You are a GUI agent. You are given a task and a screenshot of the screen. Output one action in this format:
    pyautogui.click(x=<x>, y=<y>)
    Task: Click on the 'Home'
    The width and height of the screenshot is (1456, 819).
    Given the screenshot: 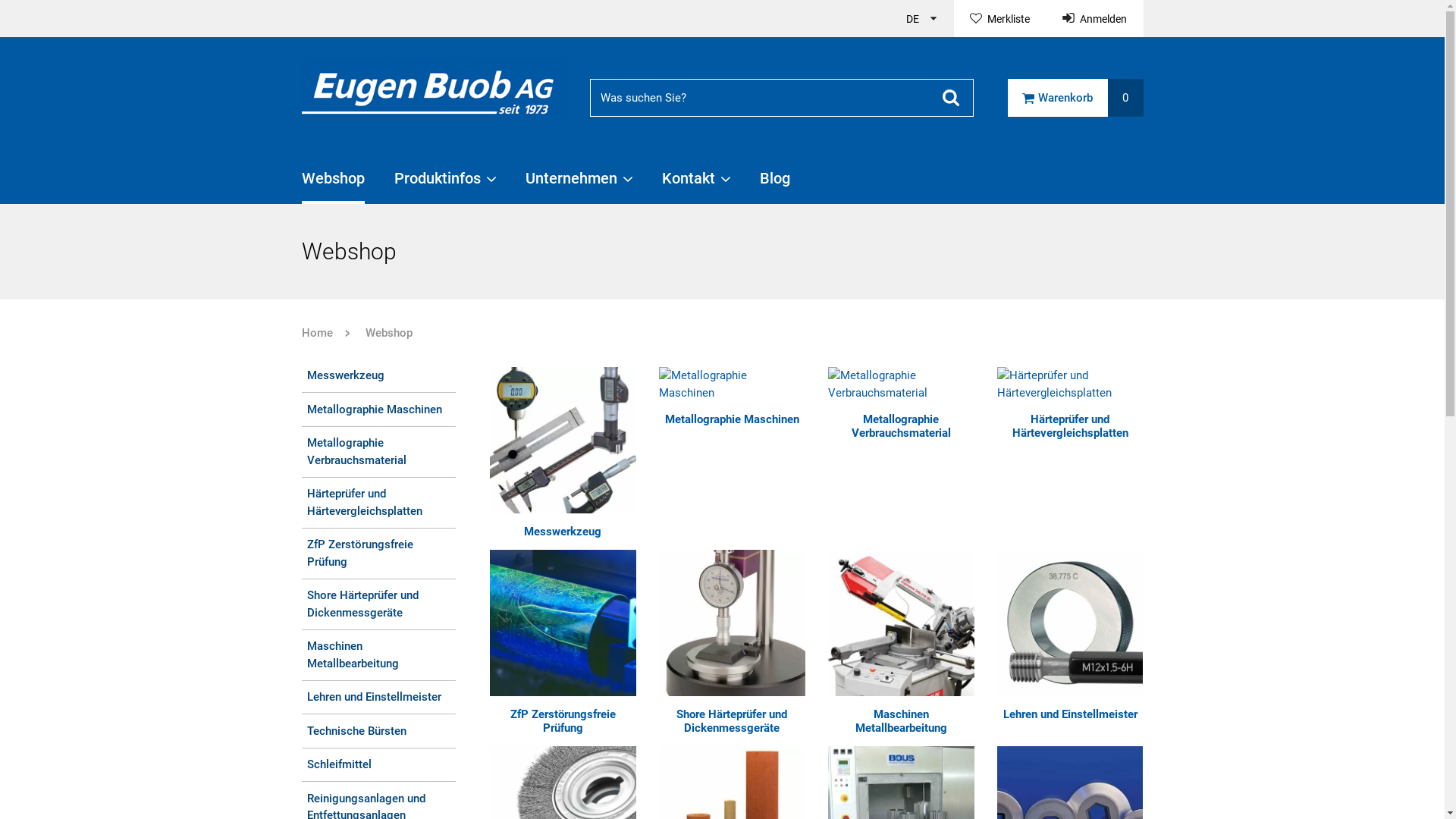 What is the action you would take?
    pyautogui.click(x=316, y=332)
    